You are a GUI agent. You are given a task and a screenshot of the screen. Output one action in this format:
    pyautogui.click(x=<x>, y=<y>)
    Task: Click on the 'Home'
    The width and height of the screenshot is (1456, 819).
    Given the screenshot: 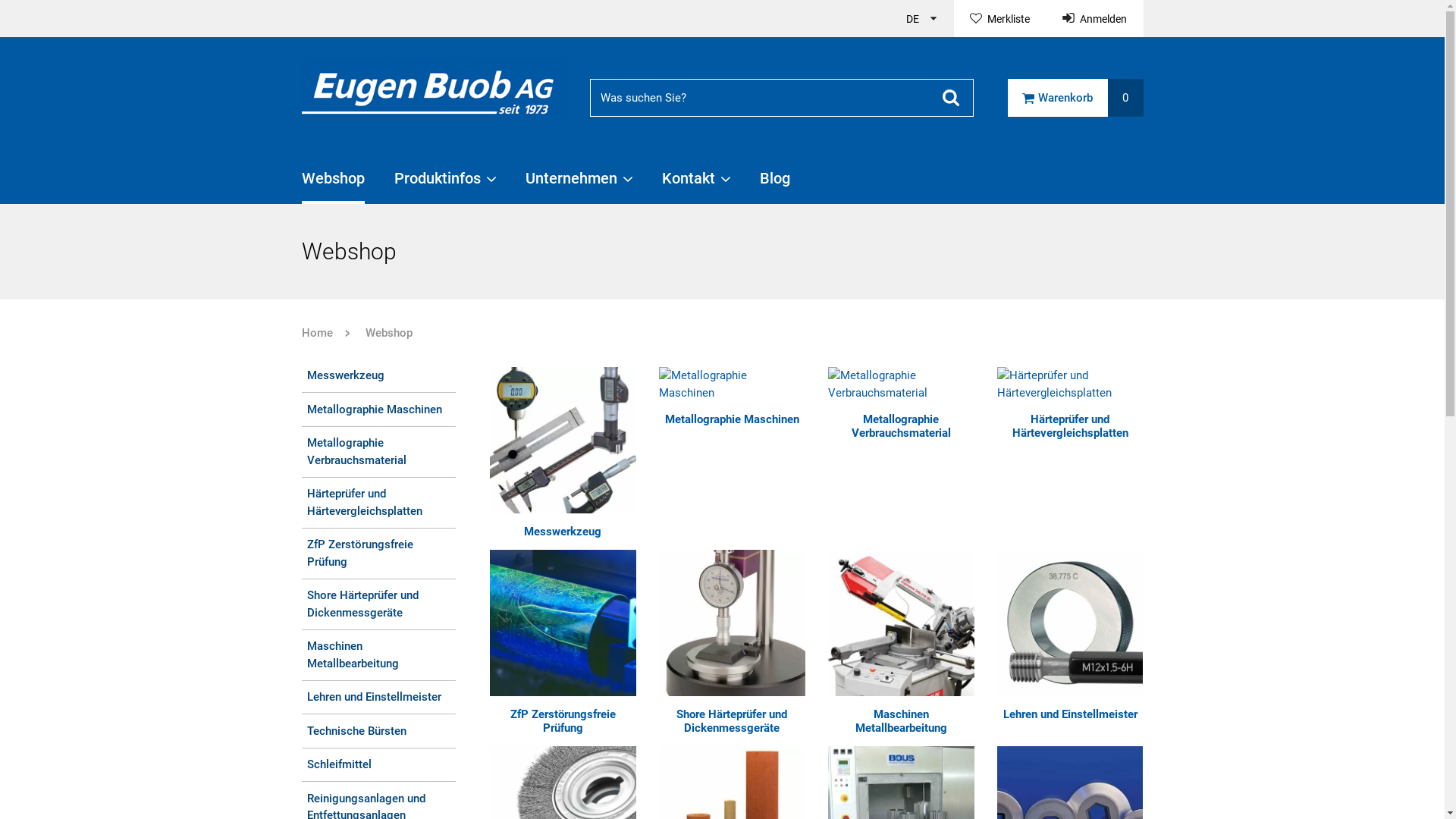 What is the action you would take?
    pyautogui.click(x=316, y=332)
    